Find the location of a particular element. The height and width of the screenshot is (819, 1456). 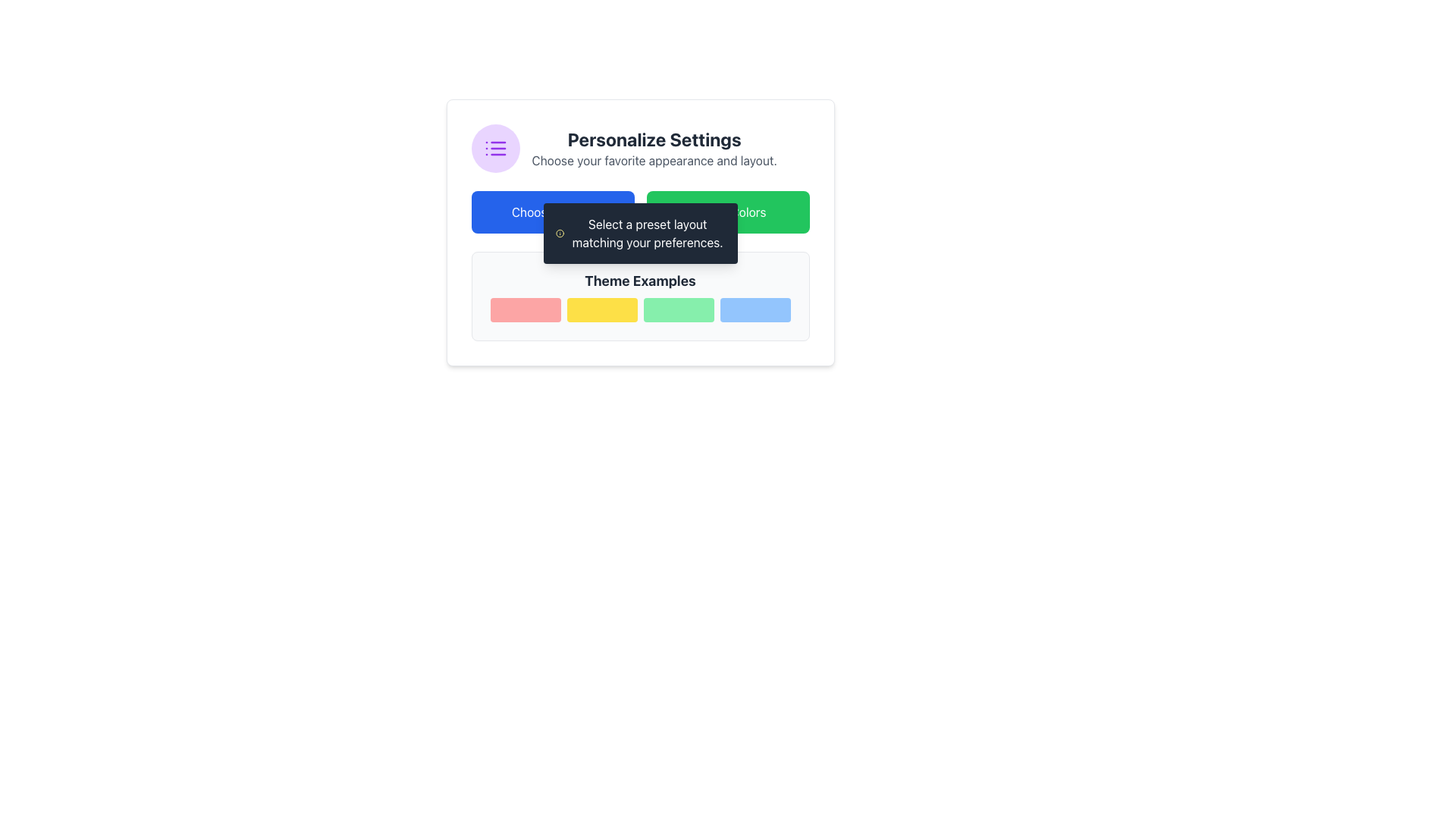

the green rectangular block with rounded corners located under the 'Theme Examples' section, positioned as the third block in a row of four is located at coordinates (677, 309).